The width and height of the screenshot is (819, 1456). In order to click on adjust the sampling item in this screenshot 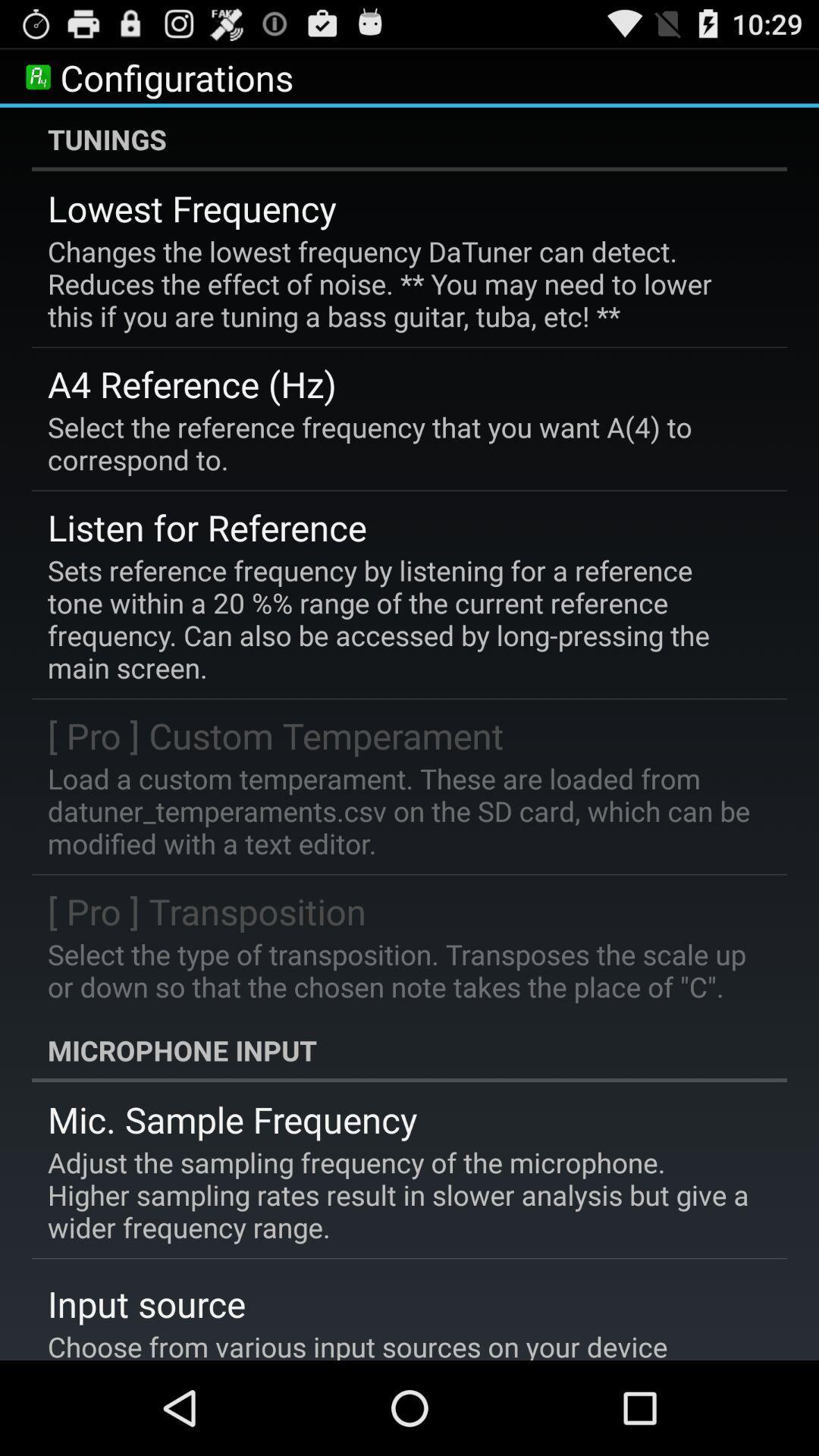, I will do `click(398, 1194)`.